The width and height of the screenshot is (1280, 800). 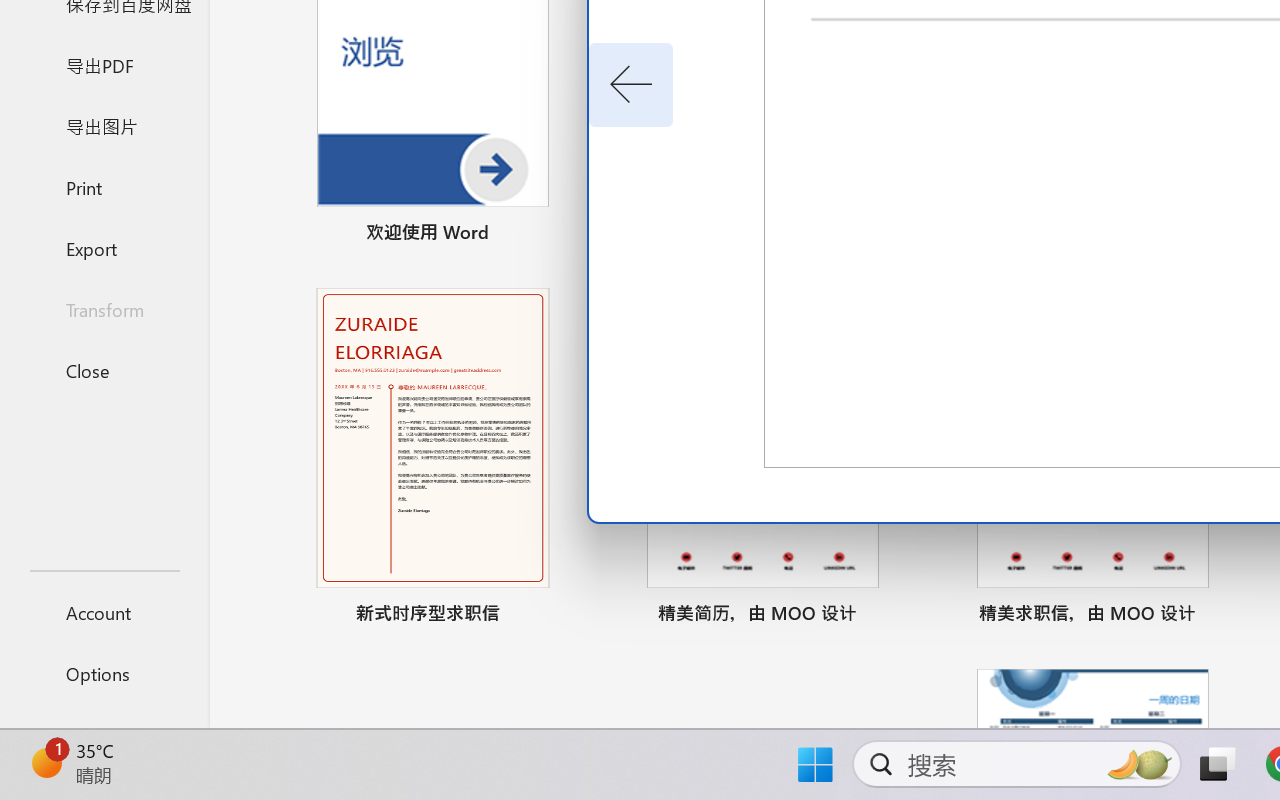 I want to click on 'Export', so click(x=103, y=247).